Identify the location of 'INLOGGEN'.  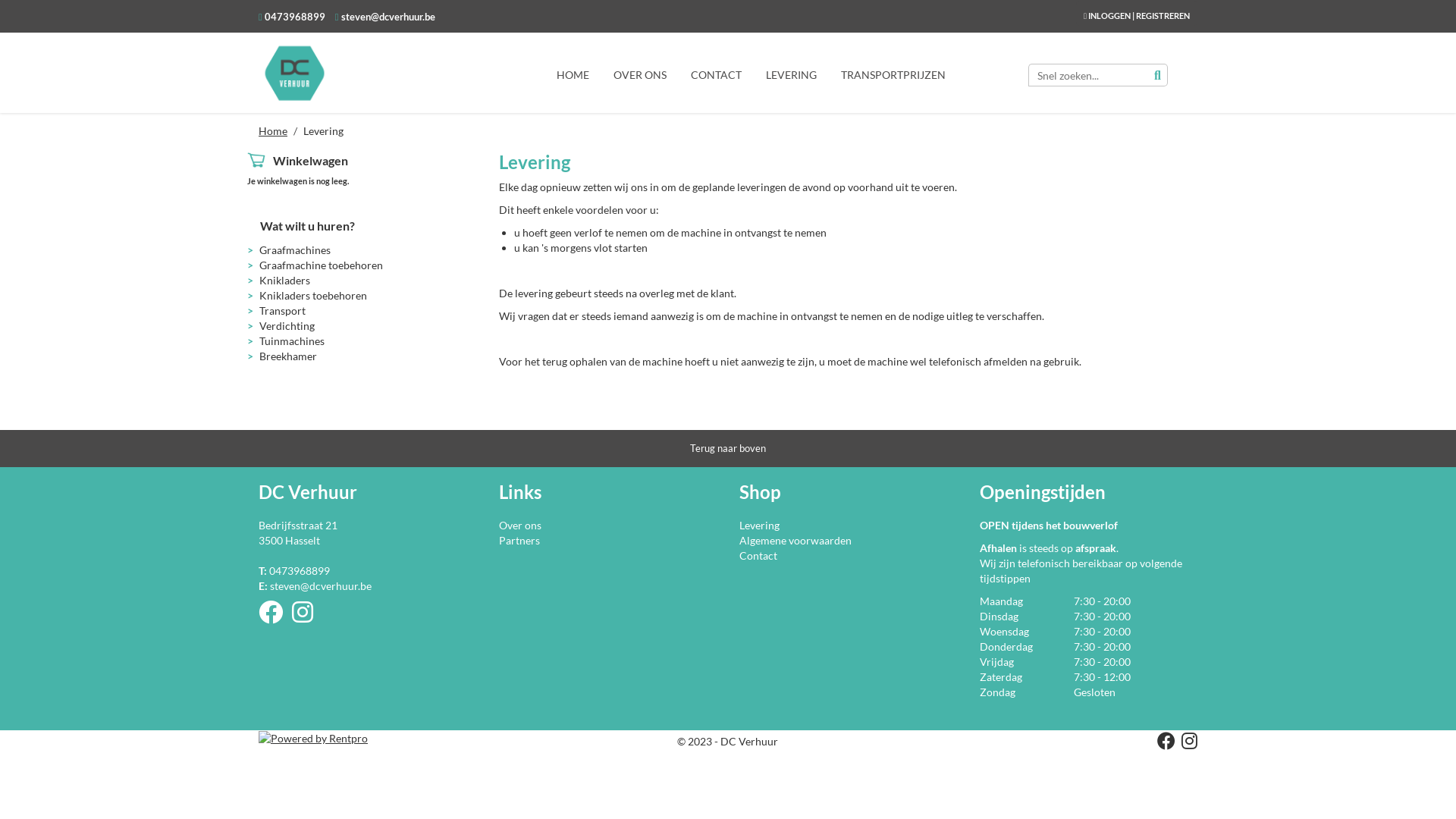
(1109, 15).